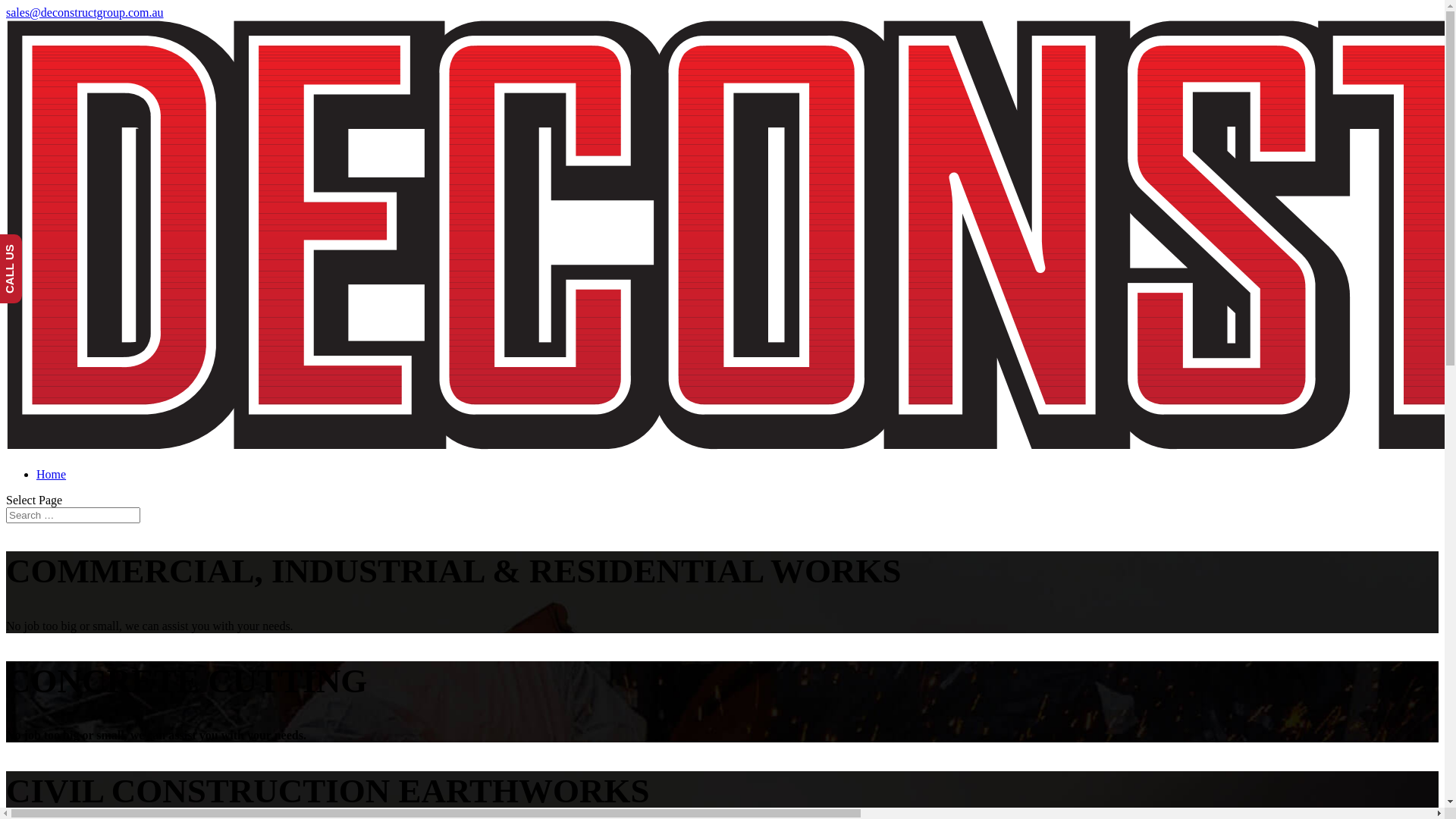 The width and height of the screenshot is (1456, 819). What do you see at coordinates (72, 514) in the screenshot?
I see `'Search for:'` at bounding box center [72, 514].